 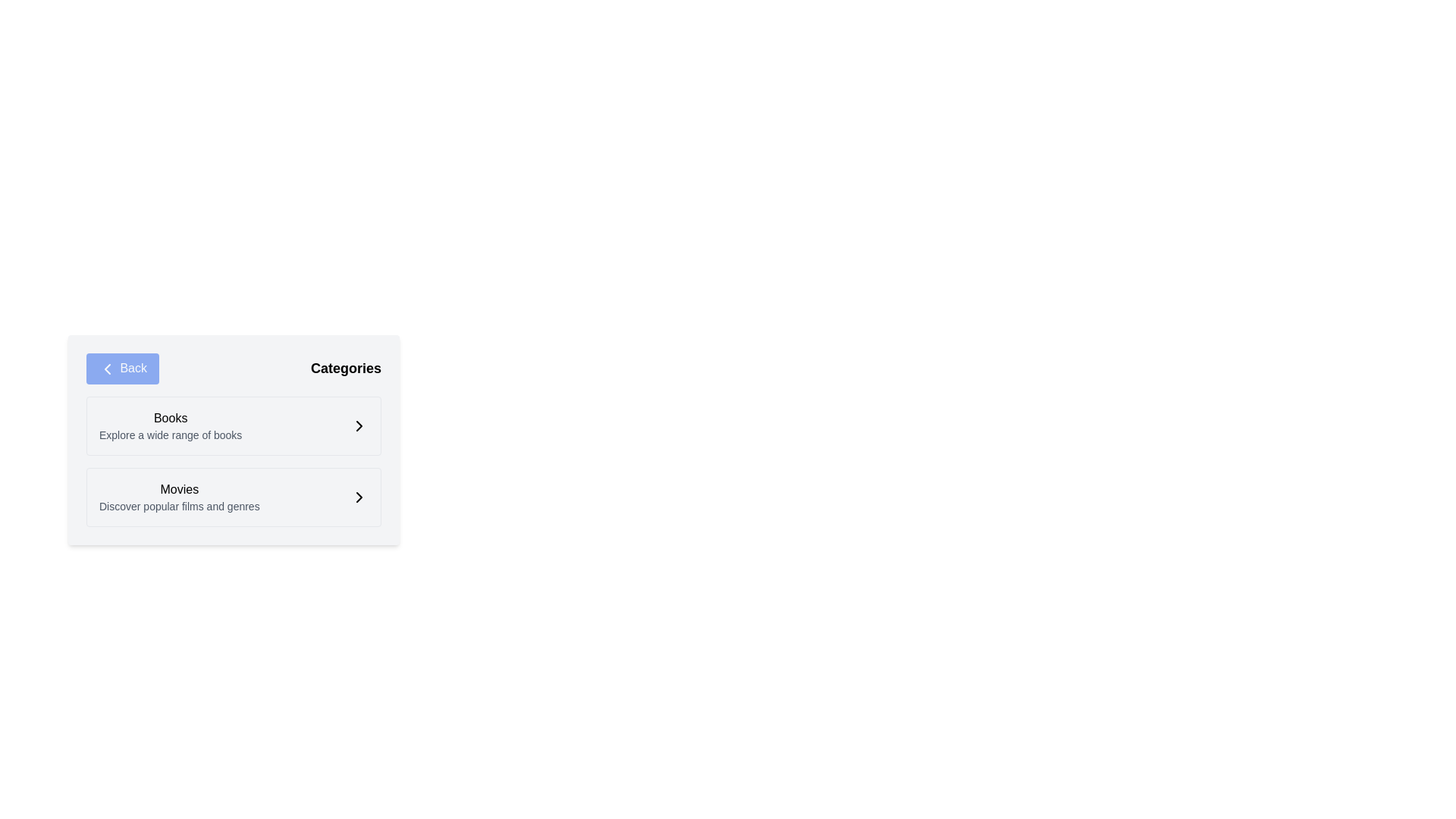 What do you see at coordinates (359, 497) in the screenshot?
I see `the minimalistic right-pointing arrow icon button located to the immediate right of the 'Movies' text in the second row of the content section under 'Categories'` at bounding box center [359, 497].